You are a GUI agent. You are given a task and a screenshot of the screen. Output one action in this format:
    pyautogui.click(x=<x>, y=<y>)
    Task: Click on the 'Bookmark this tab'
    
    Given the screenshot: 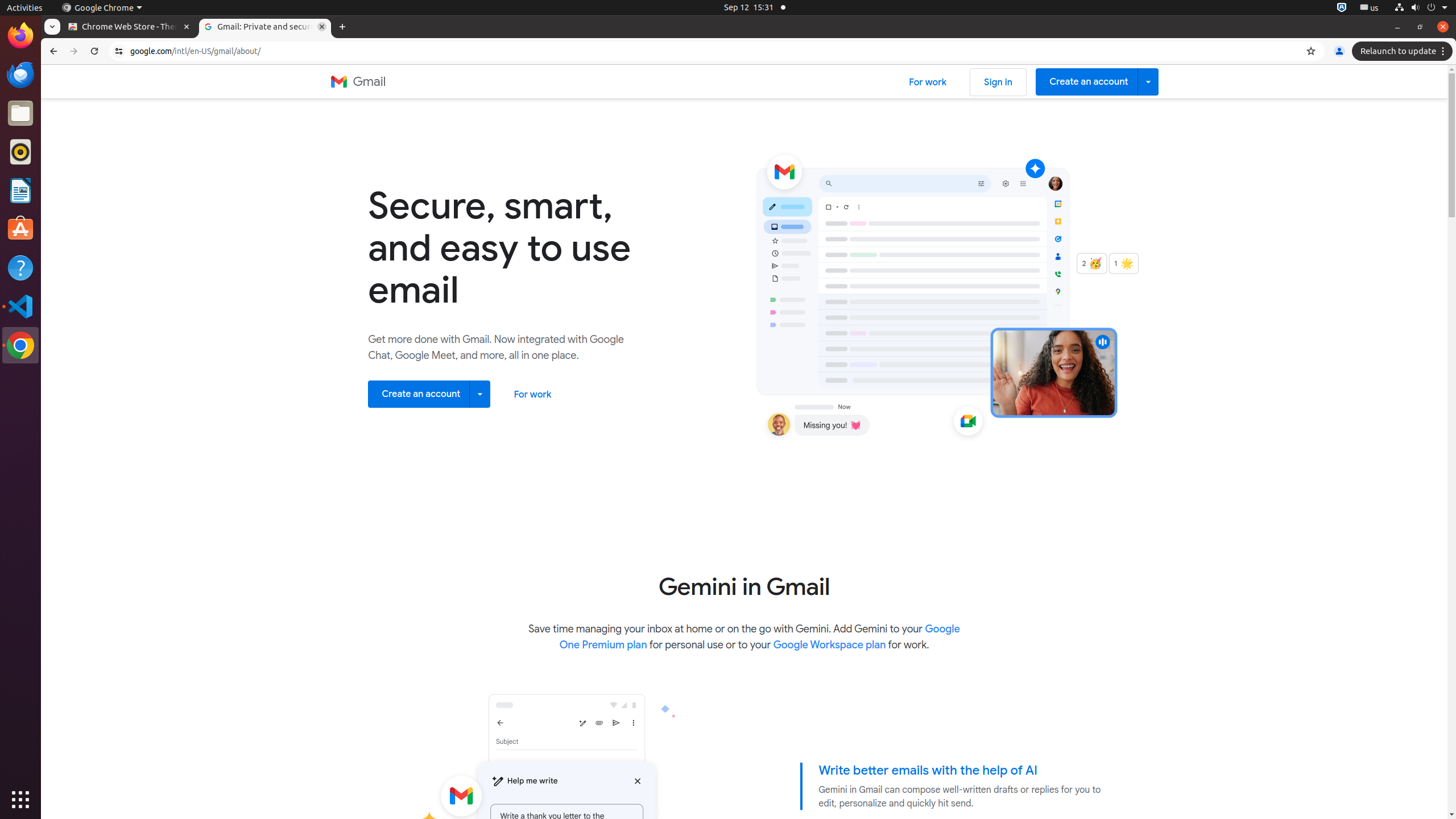 What is the action you would take?
    pyautogui.click(x=1310, y=51)
    